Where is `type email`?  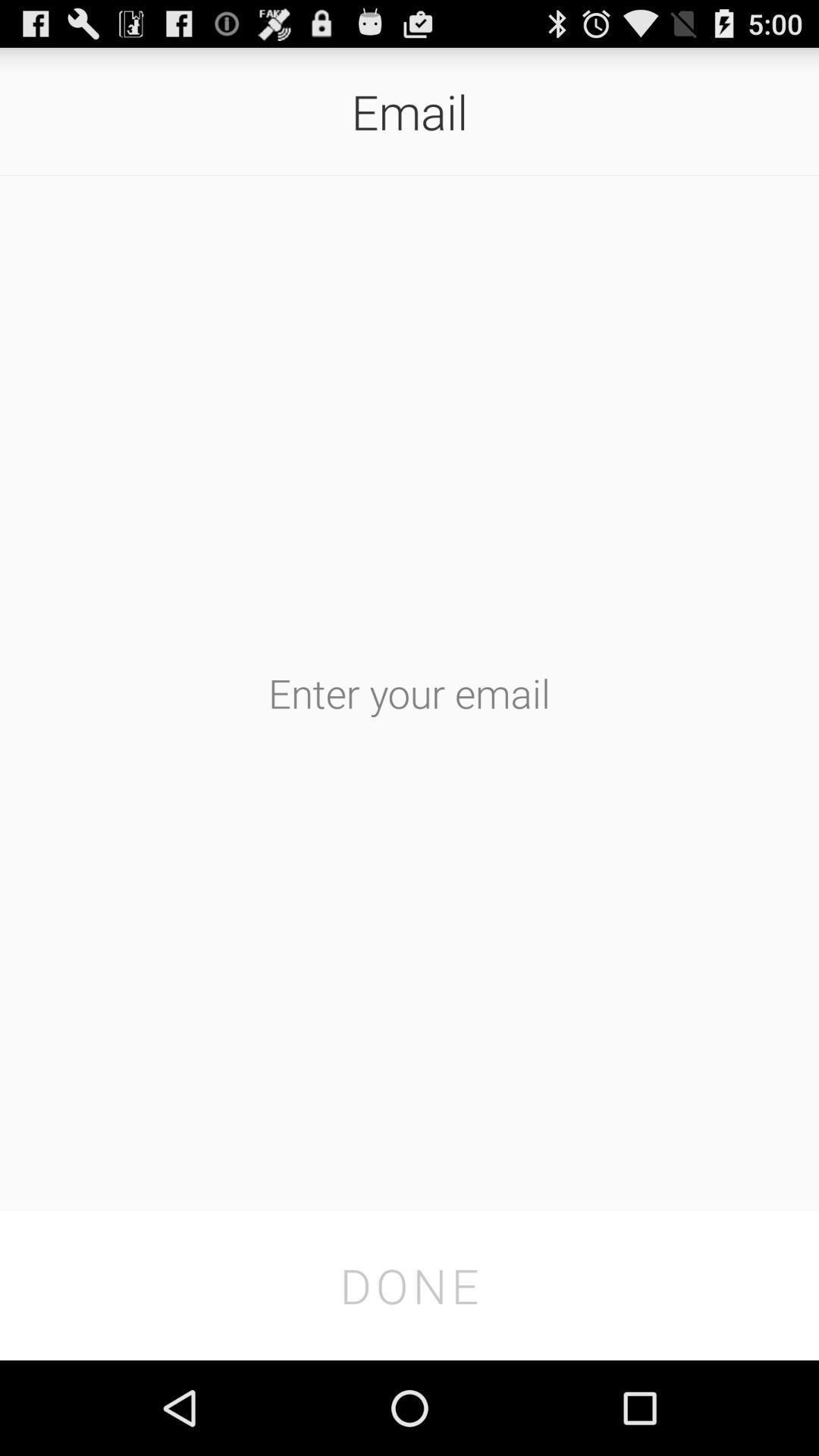 type email is located at coordinates (409, 692).